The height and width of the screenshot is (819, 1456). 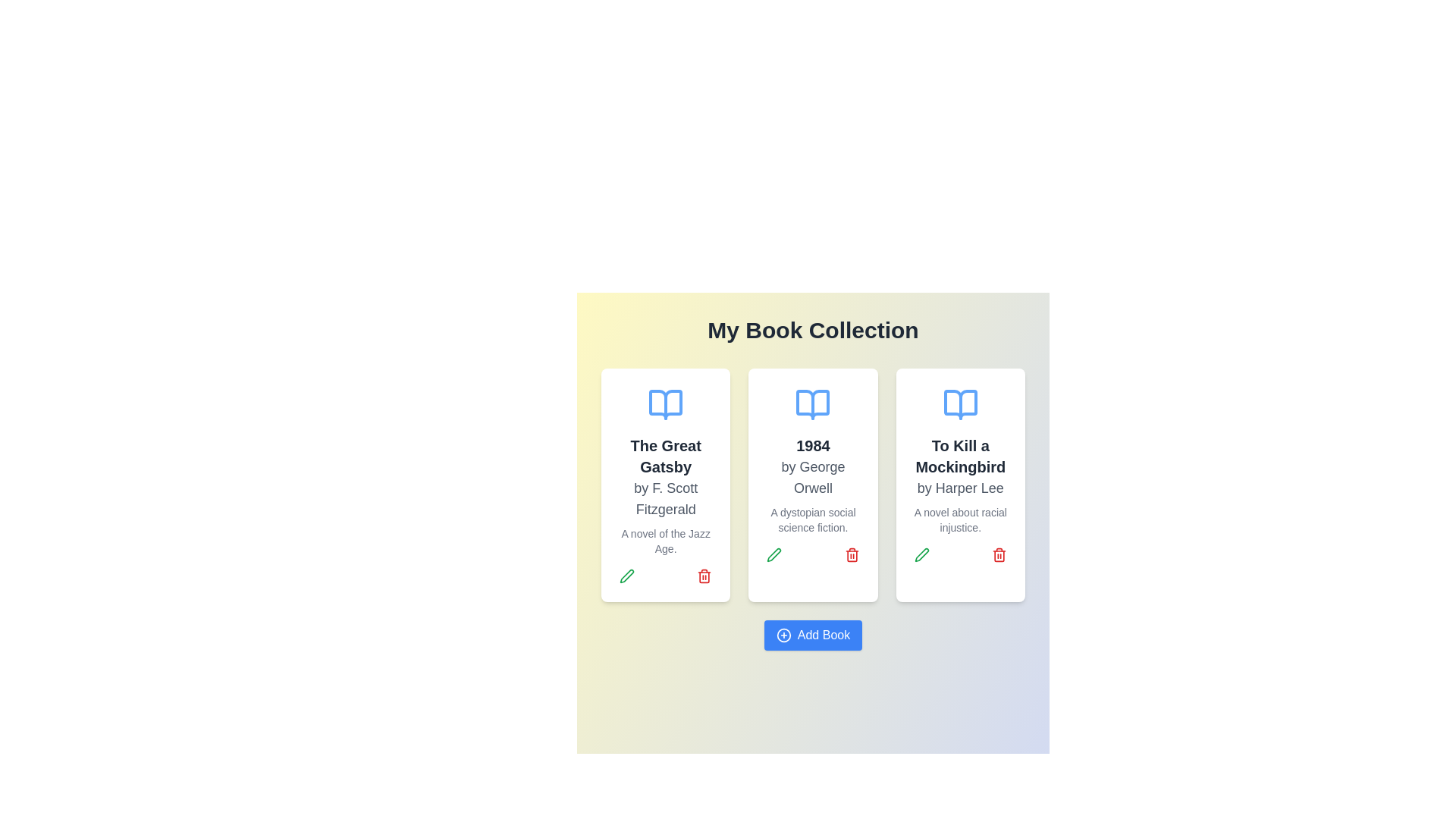 I want to click on the SVG Circle that indicates an addition operation, which is part of the blue 'Add Book' button located below the book cards, so click(x=783, y=635).